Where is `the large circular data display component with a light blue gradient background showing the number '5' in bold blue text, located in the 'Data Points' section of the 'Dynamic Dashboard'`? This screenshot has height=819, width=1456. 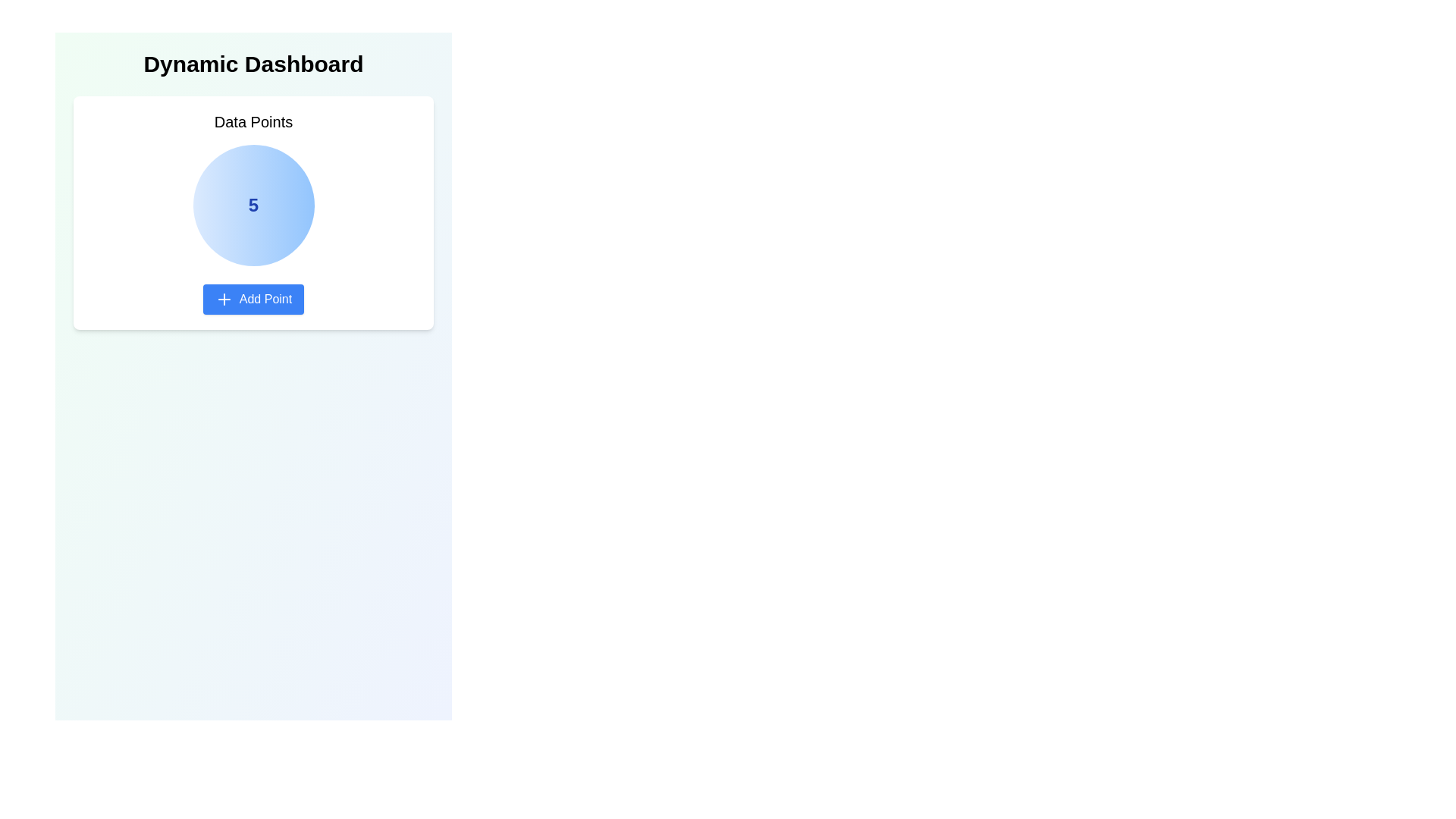 the large circular data display component with a light blue gradient background showing the number '5' in bold blue text, located in the 'Data Points' section of the 'Dynamic Dashboard' is located at coordinates (253, 213).